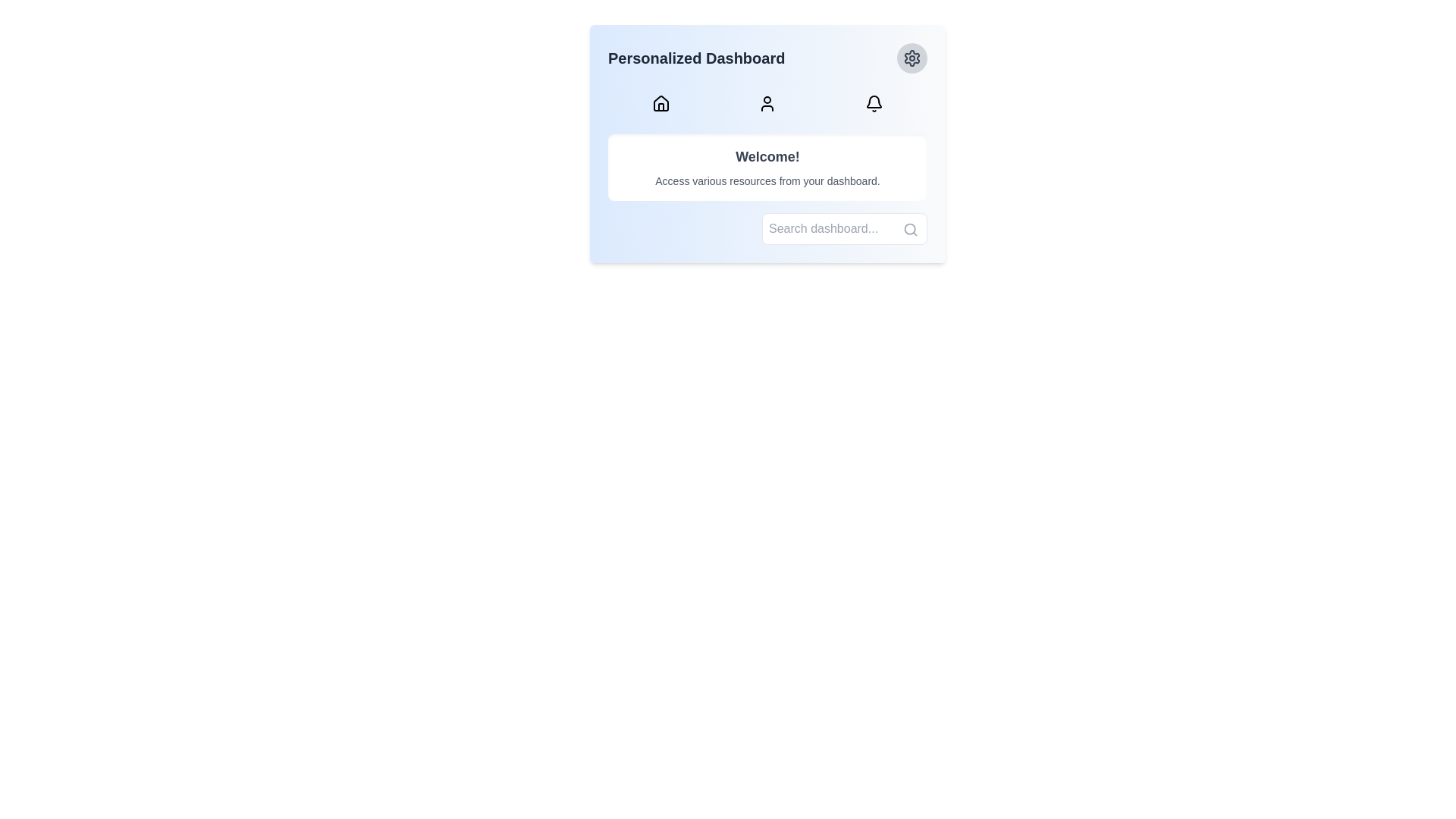  I want to click on the Informational Panel displaying 'Personalized Dashboard' with a light blue gradient background and a search bar below it, so click(767, 143).